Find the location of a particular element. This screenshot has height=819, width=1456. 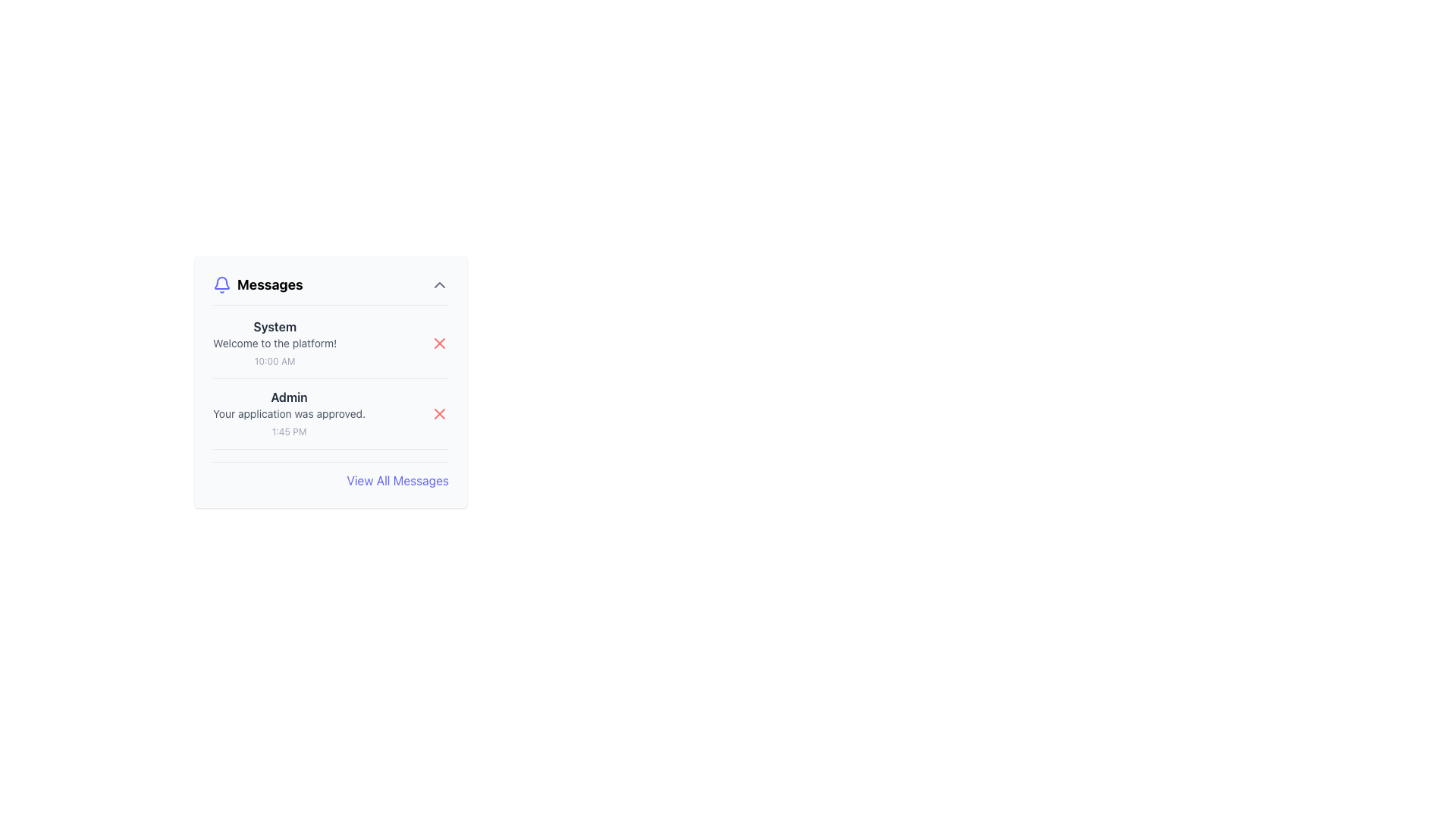

the second message notification item, which provides information about an application status update, located below the message 'SystemWelcome to the platform!10:00 AM' is located at coordinates (330, 419).